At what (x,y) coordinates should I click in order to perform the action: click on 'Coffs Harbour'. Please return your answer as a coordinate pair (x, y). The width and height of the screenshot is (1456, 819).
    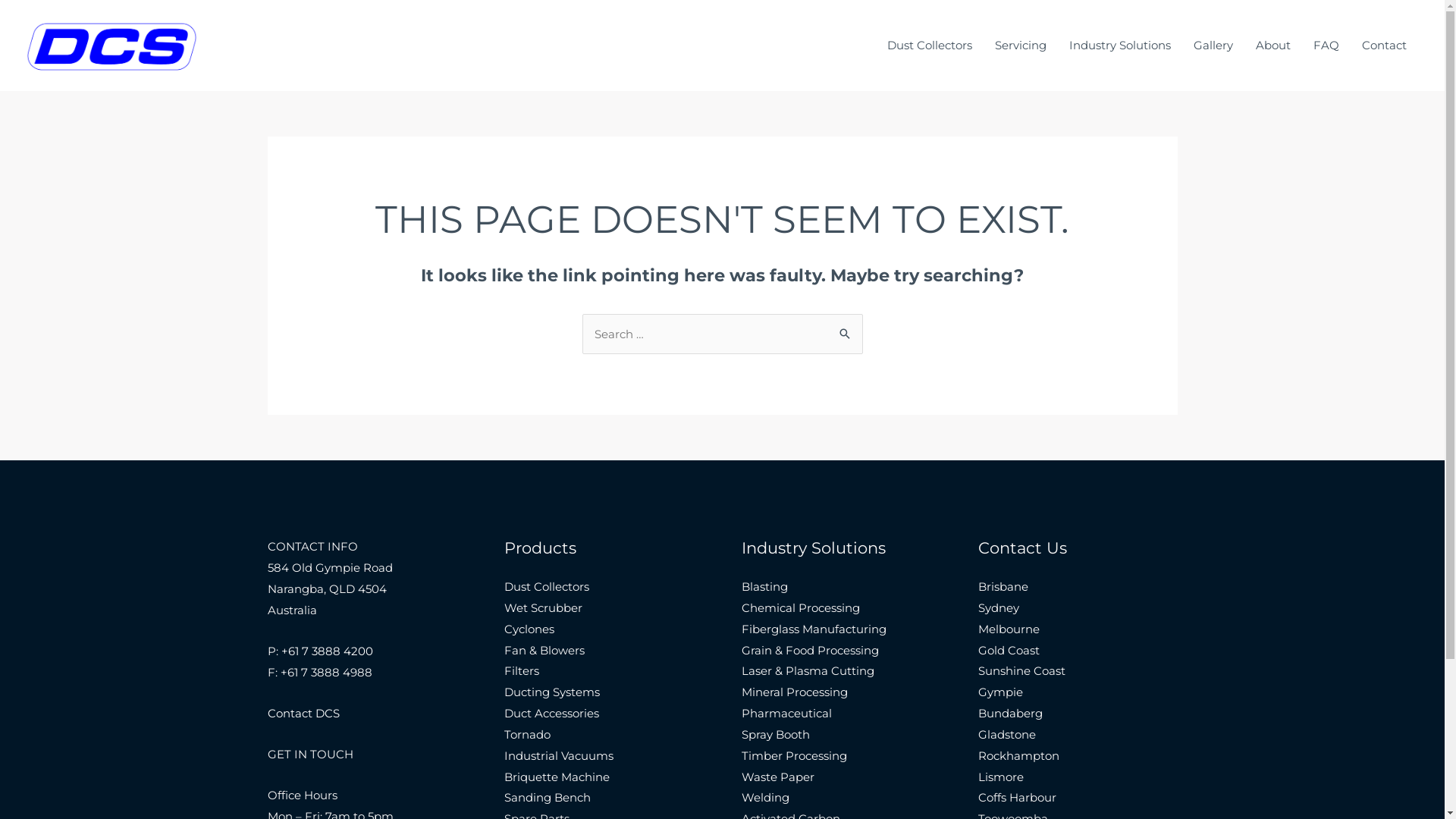
    Looking at the image, I should click on (1017, 796).